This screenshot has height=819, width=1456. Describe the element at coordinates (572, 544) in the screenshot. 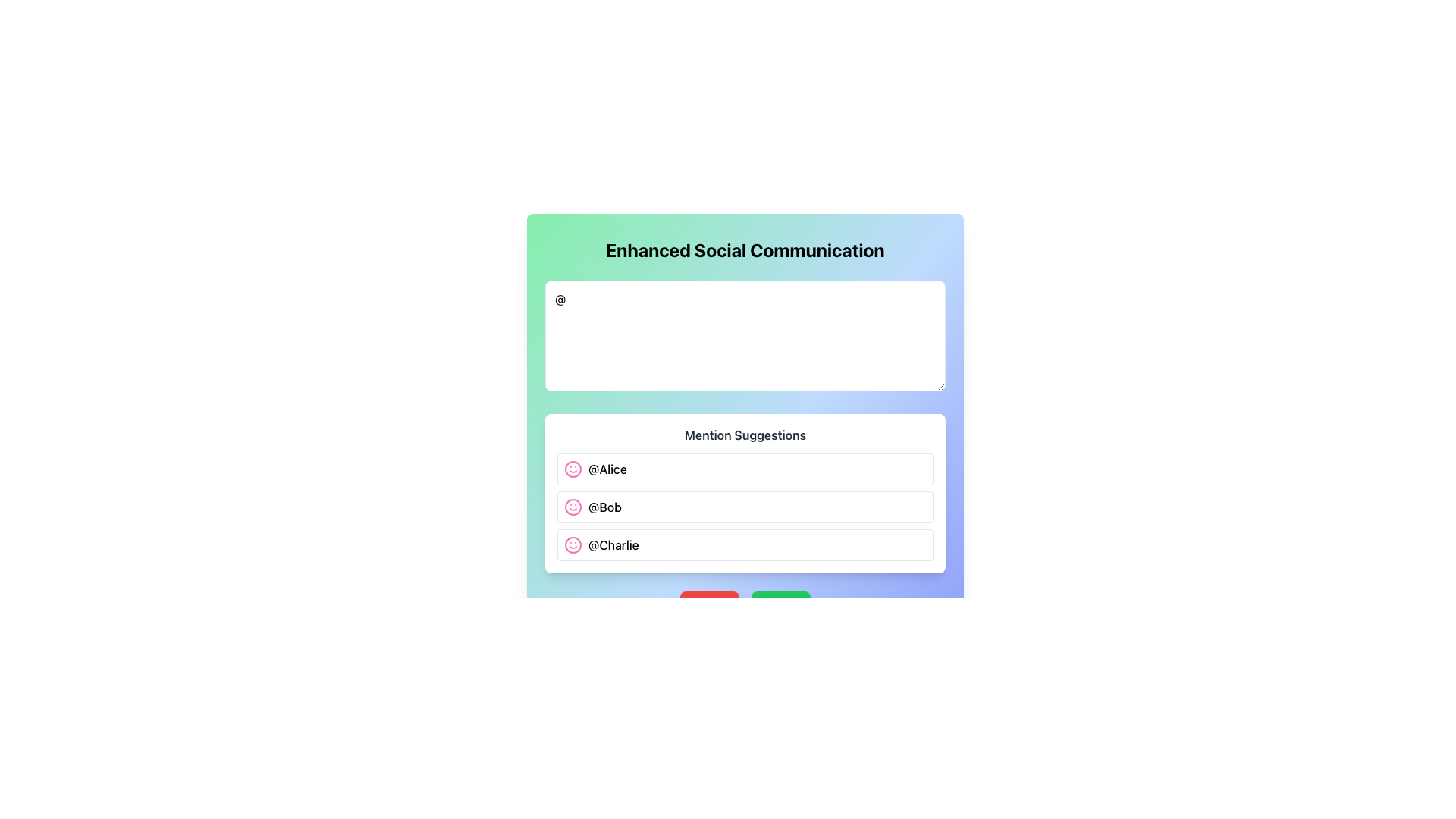

I see `visual details of the circular smiley face icon with a pink outline, located as the leftmost part of the mention suggestion for '@Charlie'` at that location.